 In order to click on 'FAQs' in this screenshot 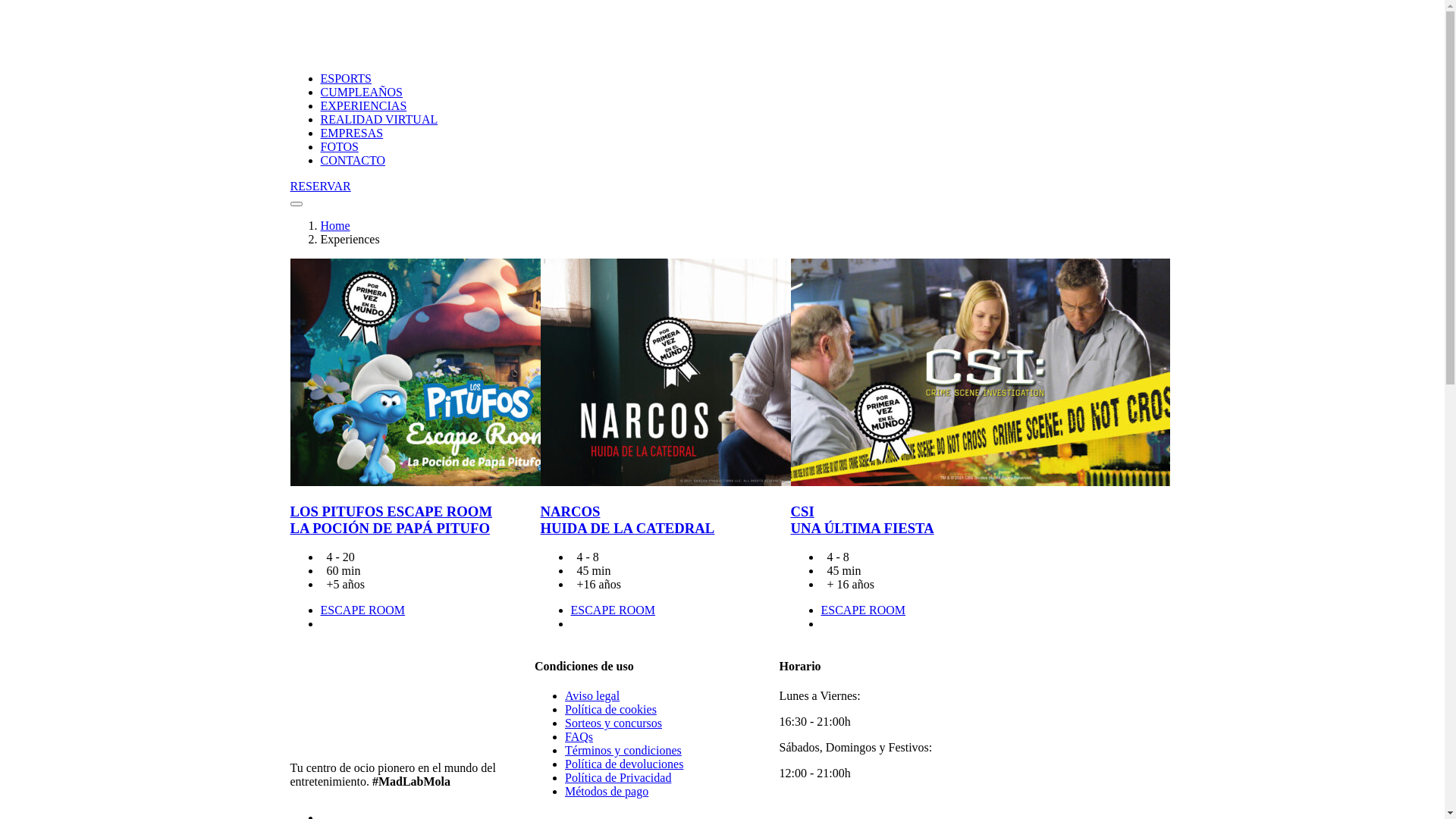, I will do `click(578, 736)`.